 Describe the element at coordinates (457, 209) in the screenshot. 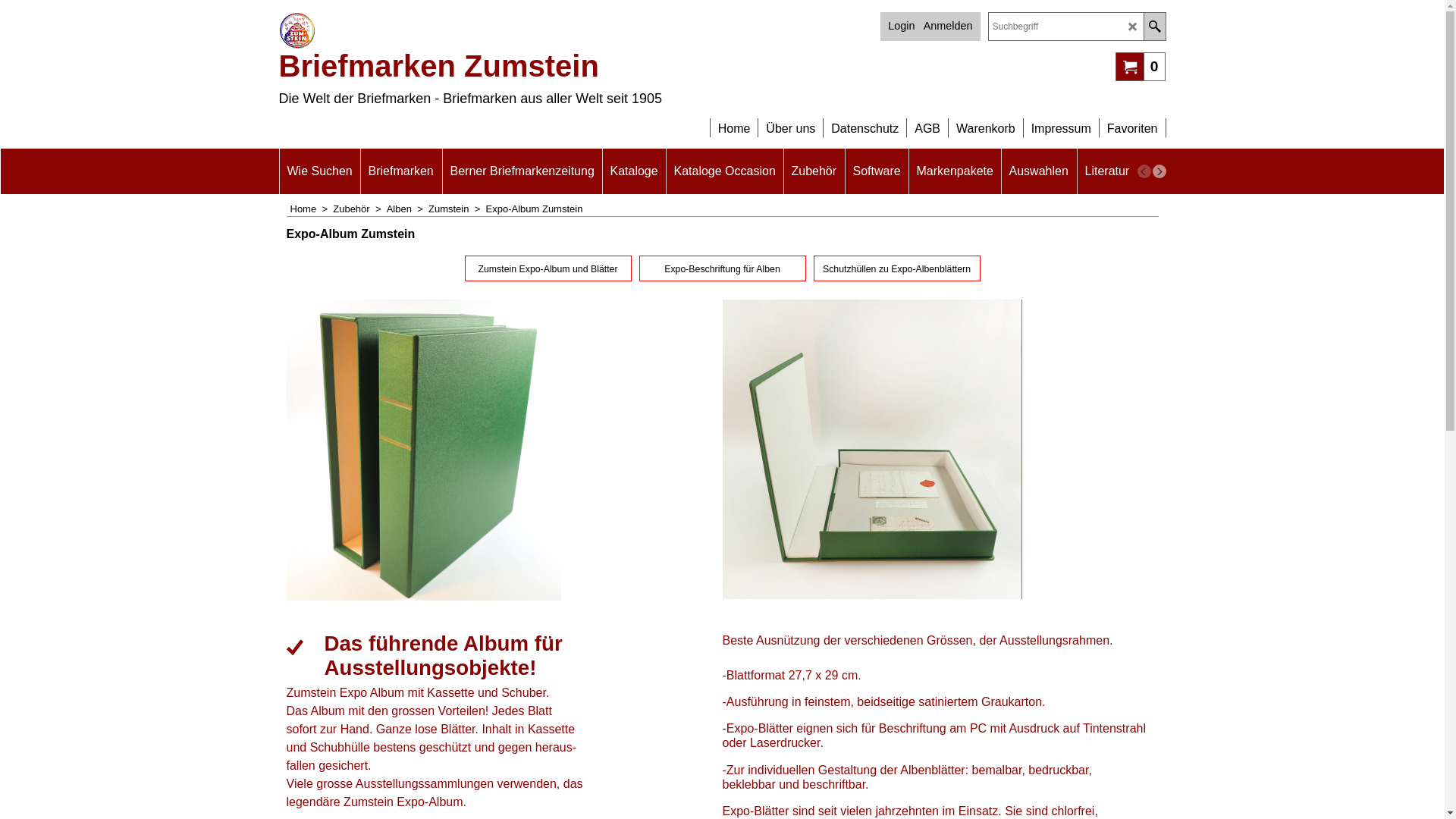

I see `'Zumstein  > '` at that location.